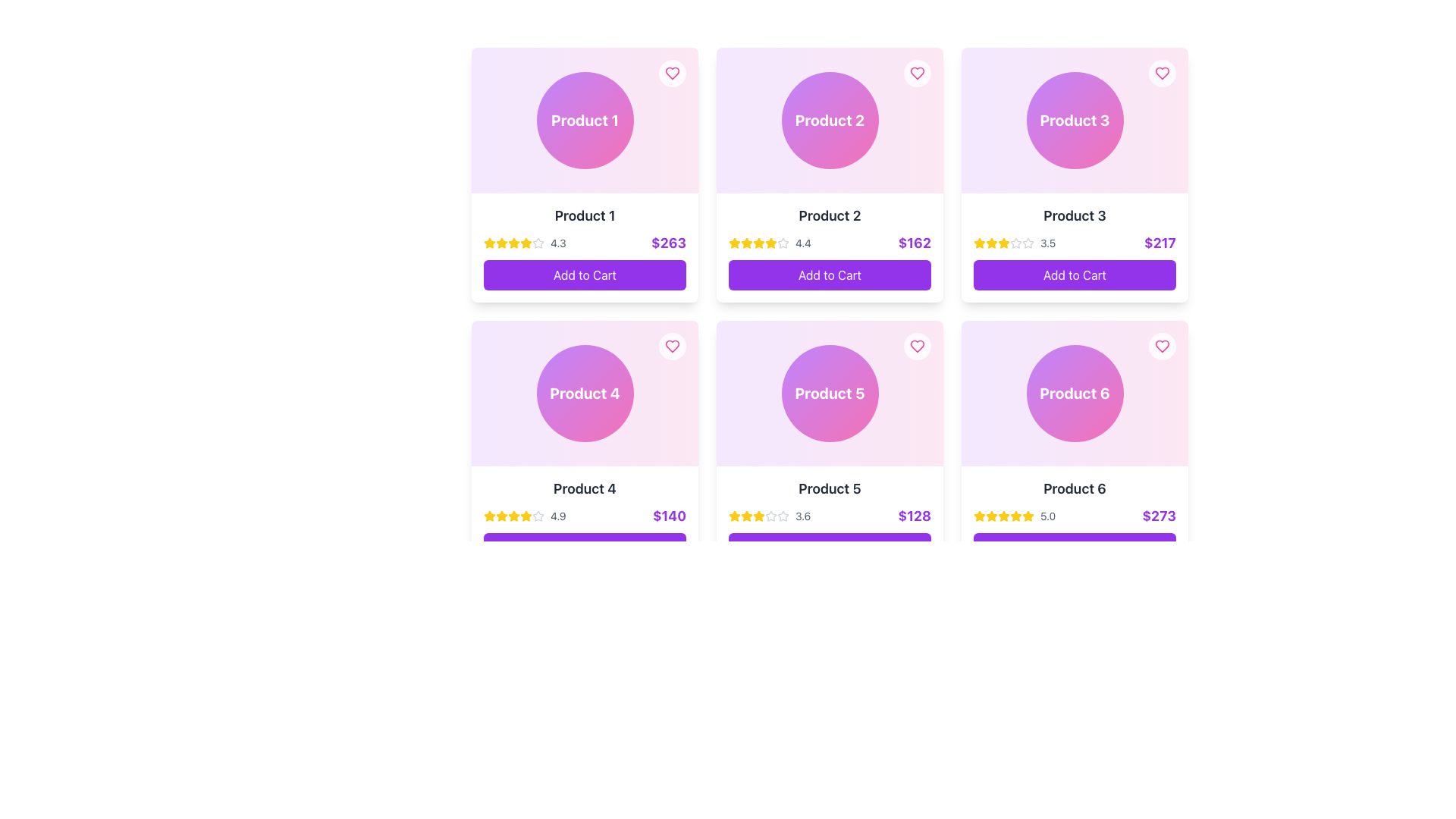  I want to click on the Text label displaying 'Product 5', which is centrally positioned under the product image in the second row, middle column of the card layout, so click(829, 488).